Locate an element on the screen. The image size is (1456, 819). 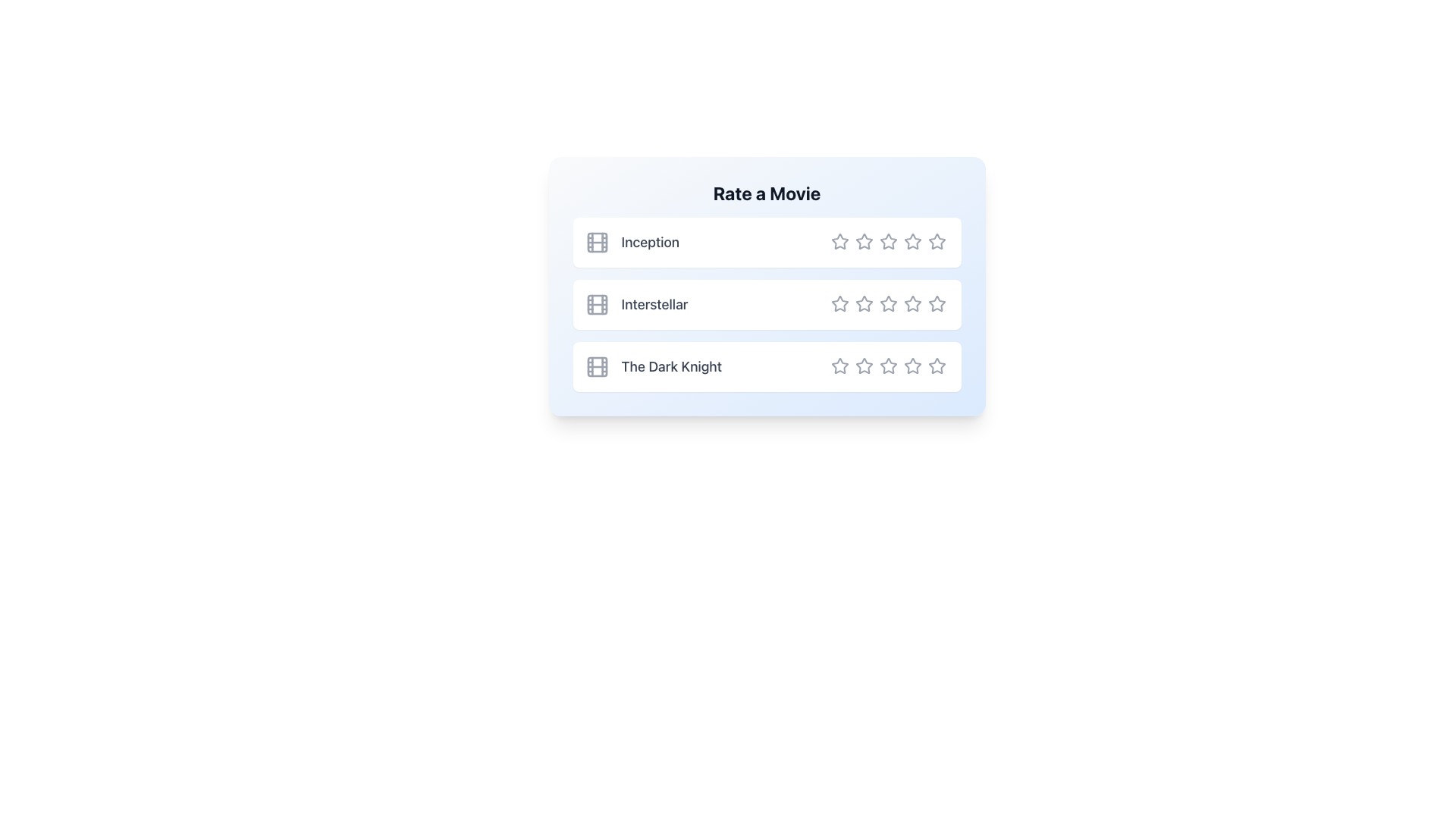
the second rating star in the group of five stars for the movie 'Interstellar' is located at coordinates (839, 303).